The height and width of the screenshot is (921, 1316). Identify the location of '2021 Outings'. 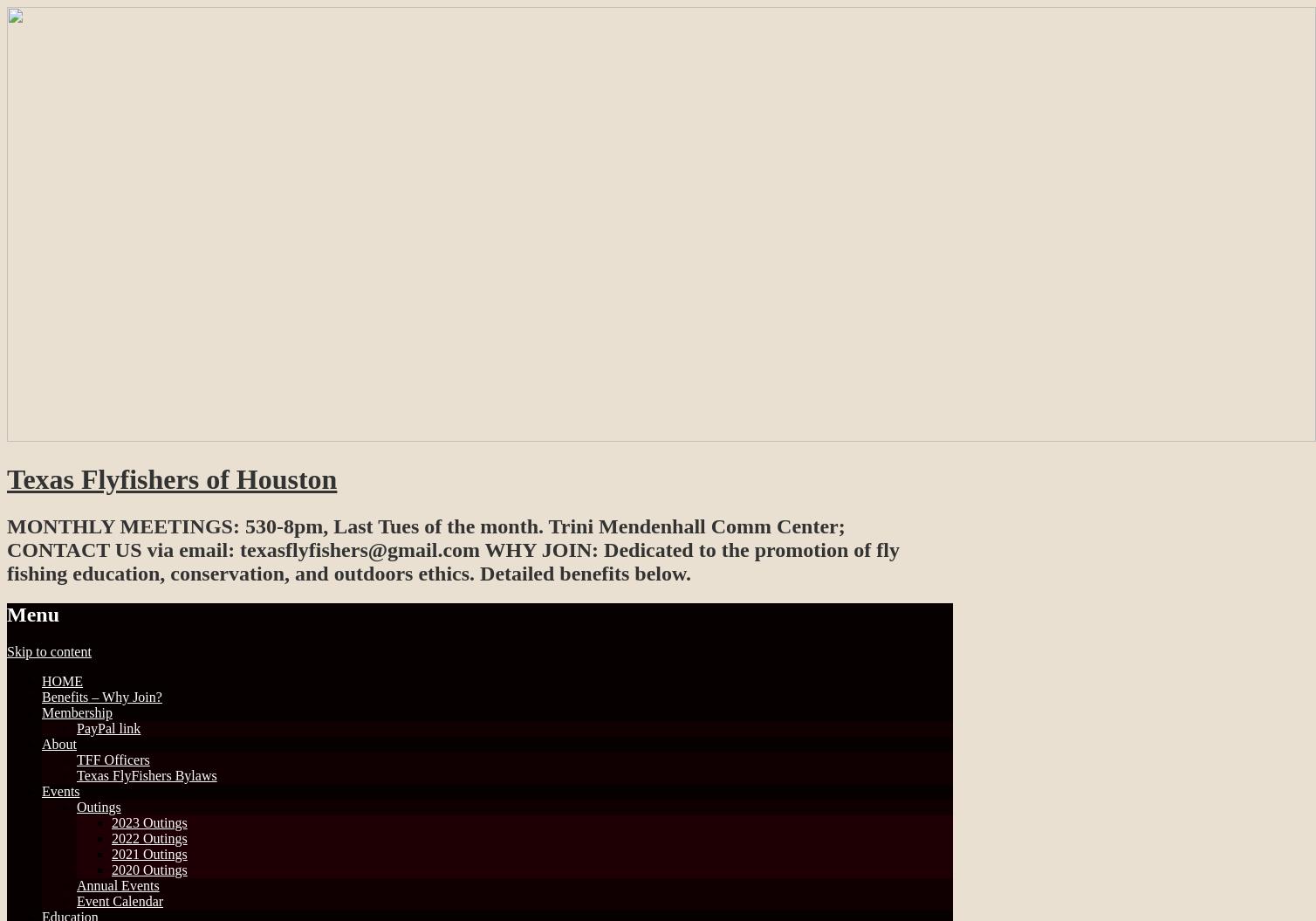
(149, 853).